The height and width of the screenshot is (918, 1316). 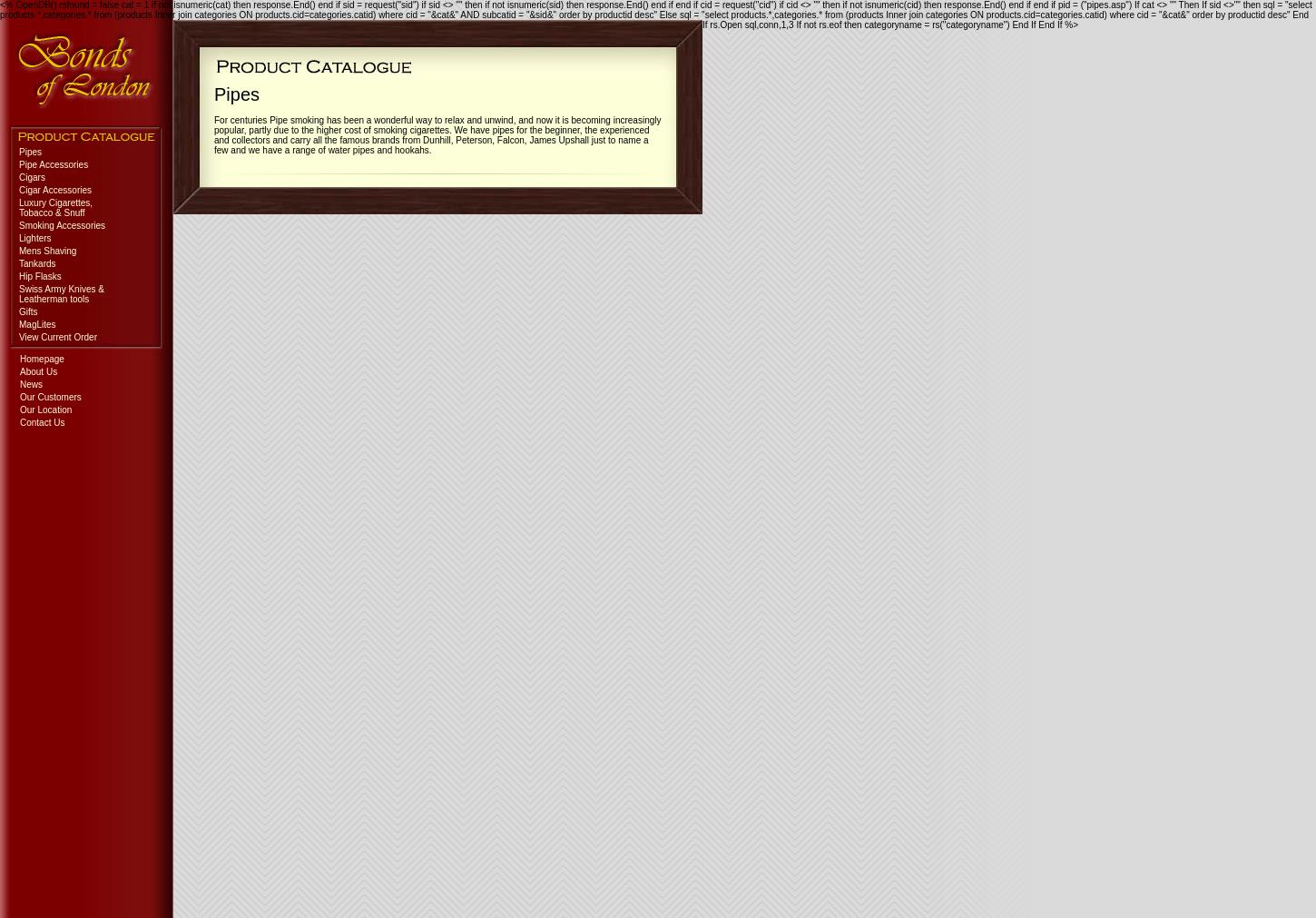 I want to click on 'Leatherman tools', so click(x=19, y=299).